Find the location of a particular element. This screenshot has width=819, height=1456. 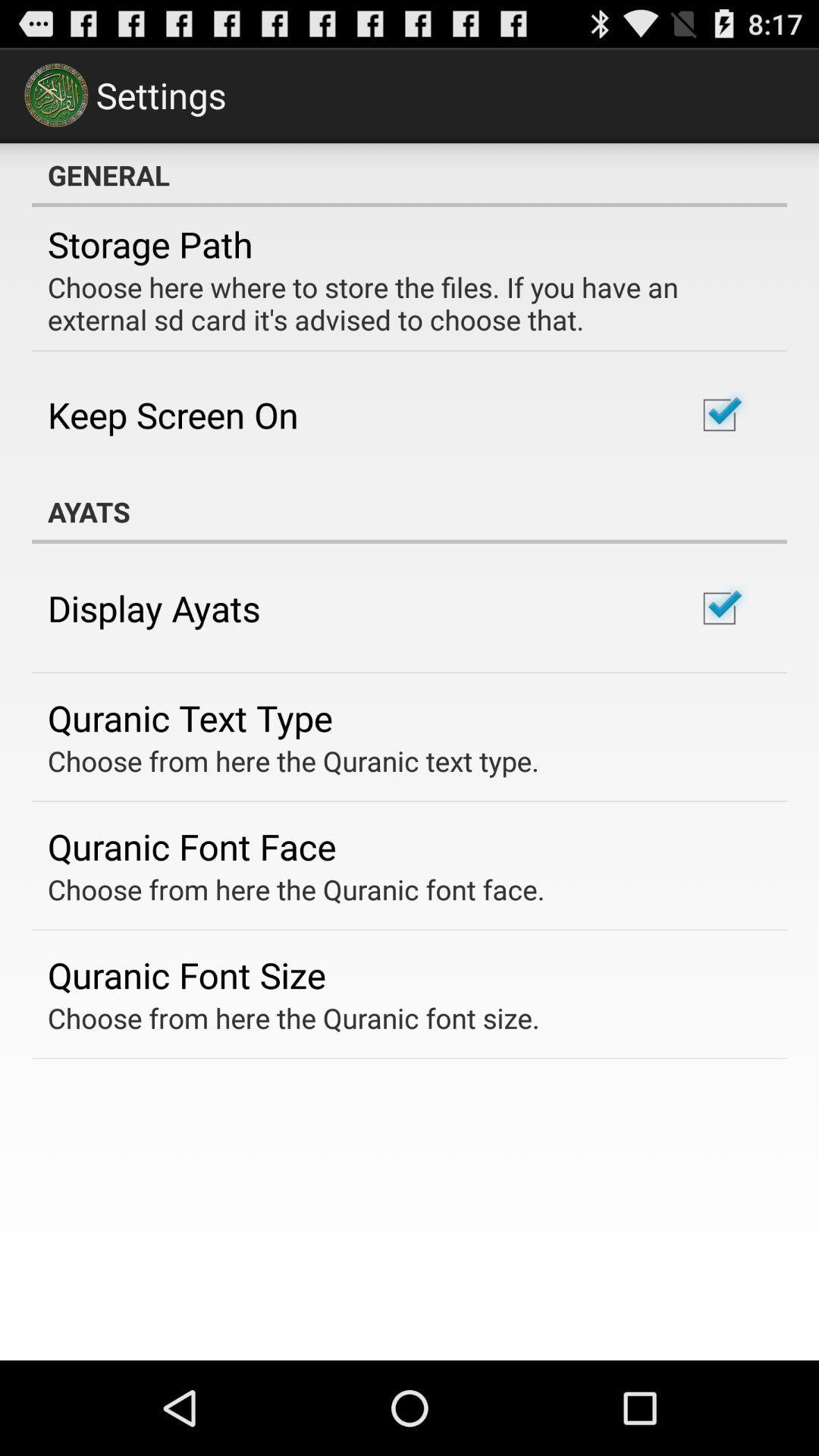

the item below ayats item is located at coordinates (154, 608).